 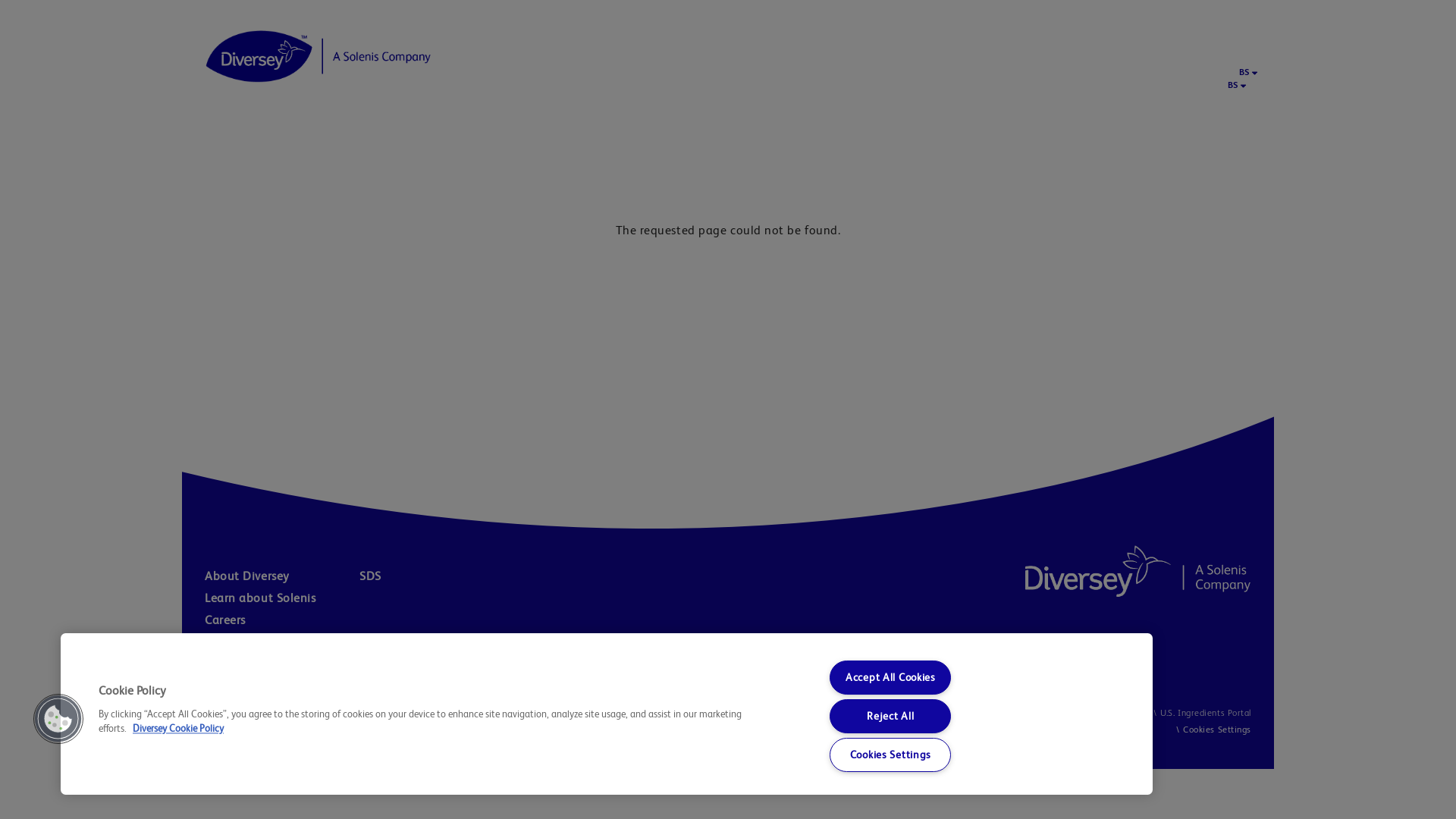 What do you see at coordinates (829, 716) in the screenshot?
I see `'Reject All'` at bounding box center [829, 716].